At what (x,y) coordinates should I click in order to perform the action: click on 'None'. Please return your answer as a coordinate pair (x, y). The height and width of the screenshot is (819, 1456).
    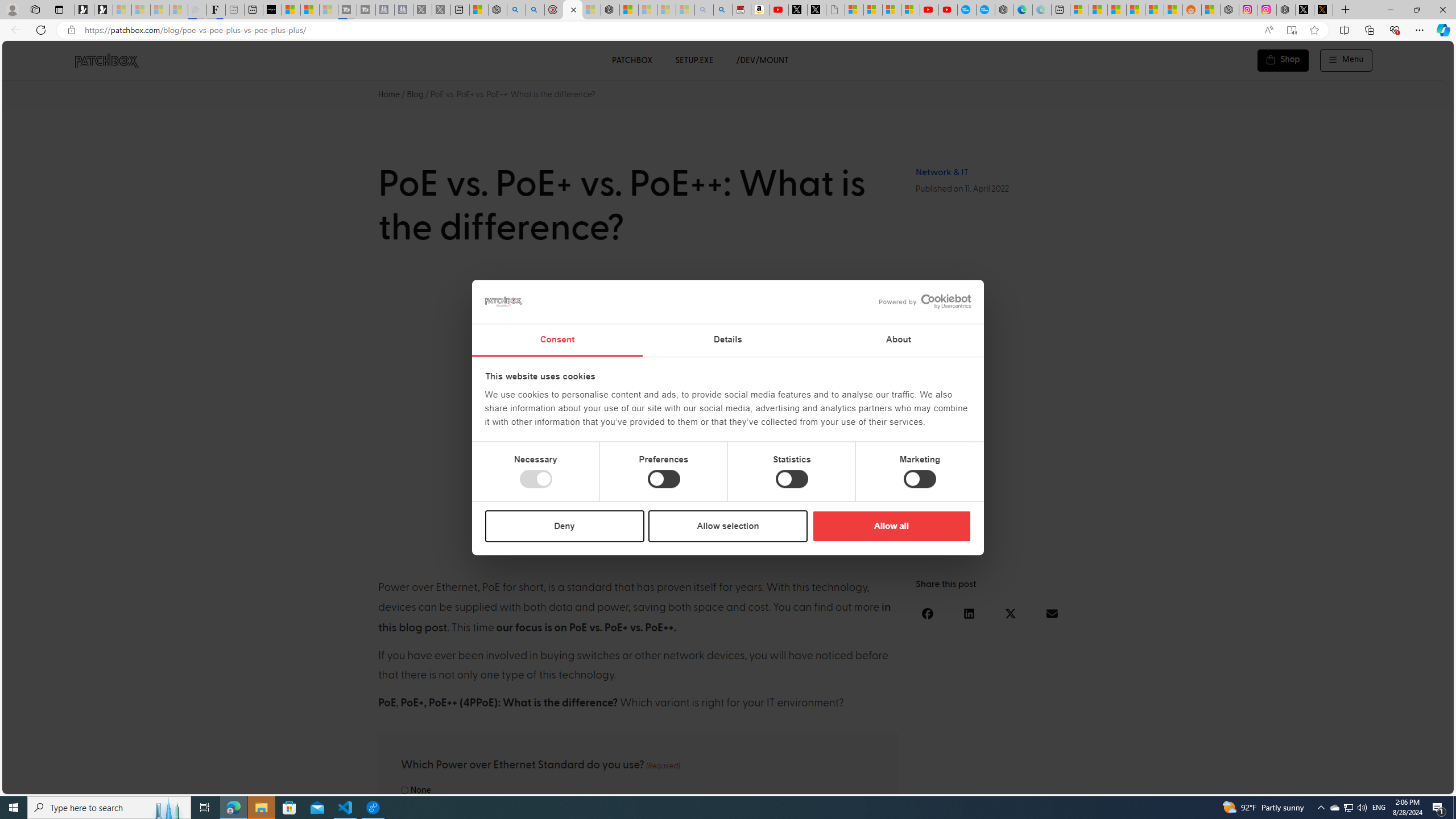
    Looking at the image, I should click on (403, 790).